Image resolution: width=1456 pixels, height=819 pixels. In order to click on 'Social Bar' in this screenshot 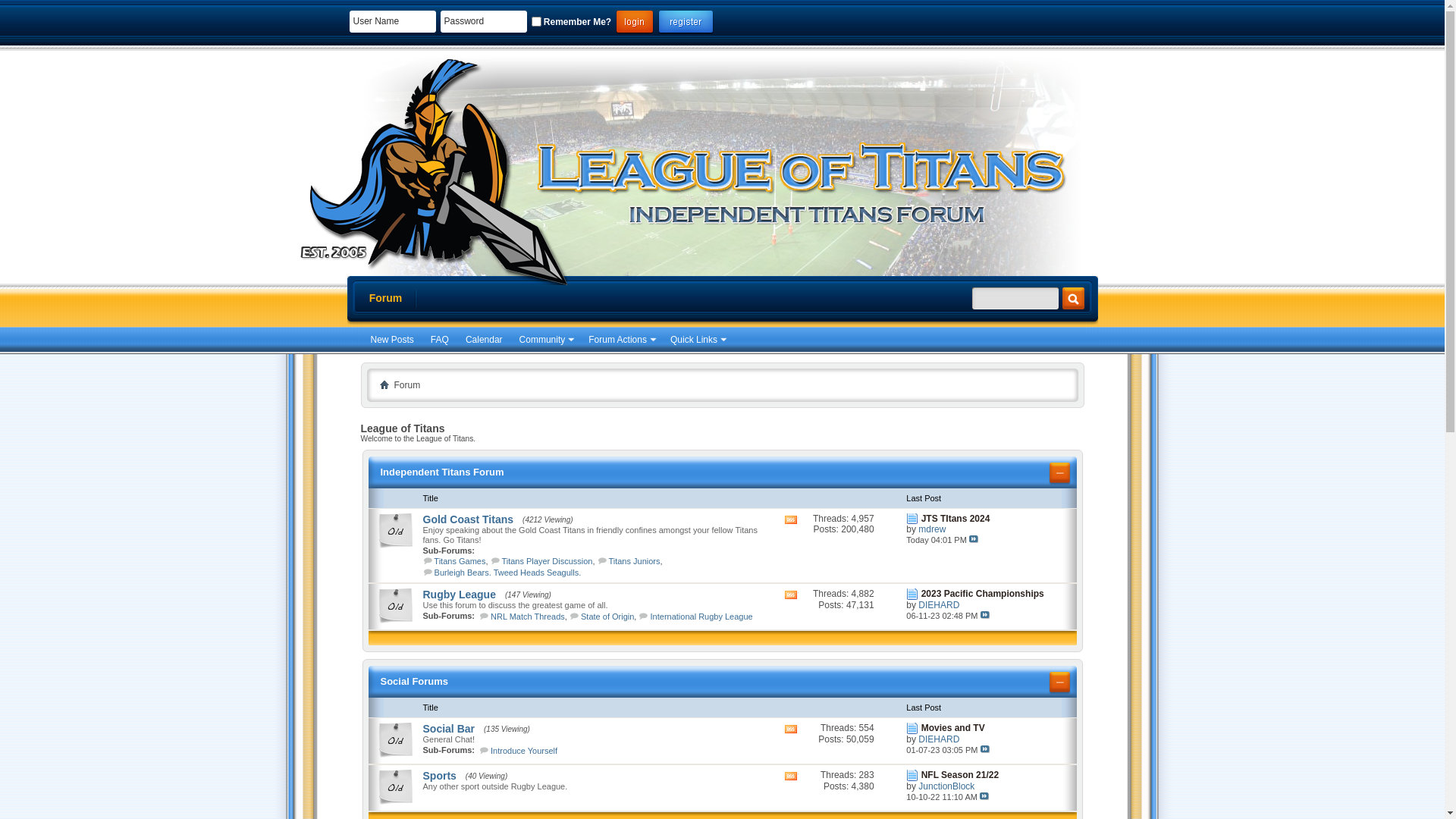, I will do `click(422, 727)`.